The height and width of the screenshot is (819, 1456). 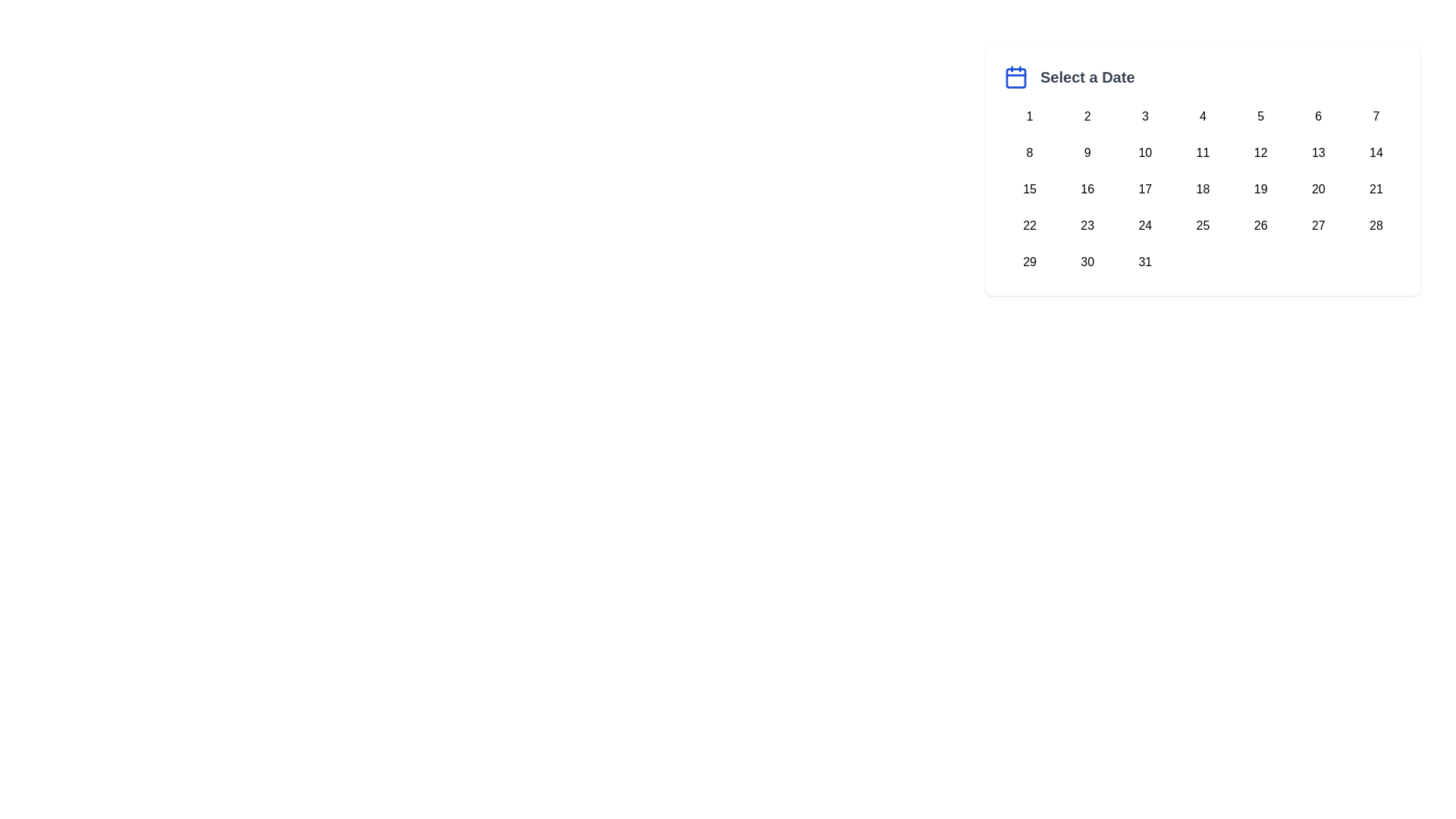 I want to click on the button labeled '14', so click(x=1376, y=152).